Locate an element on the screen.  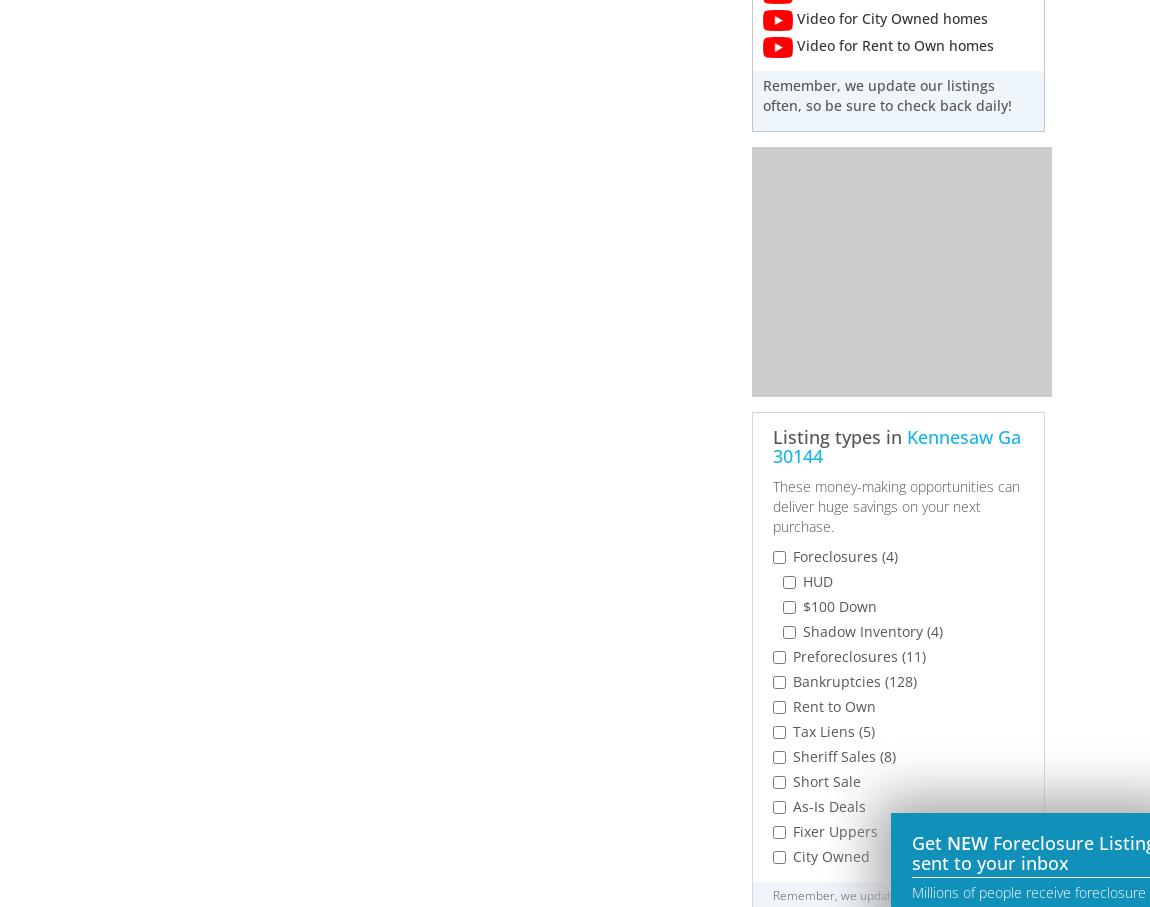
'City Owned' is located at coordinates (829, 855).